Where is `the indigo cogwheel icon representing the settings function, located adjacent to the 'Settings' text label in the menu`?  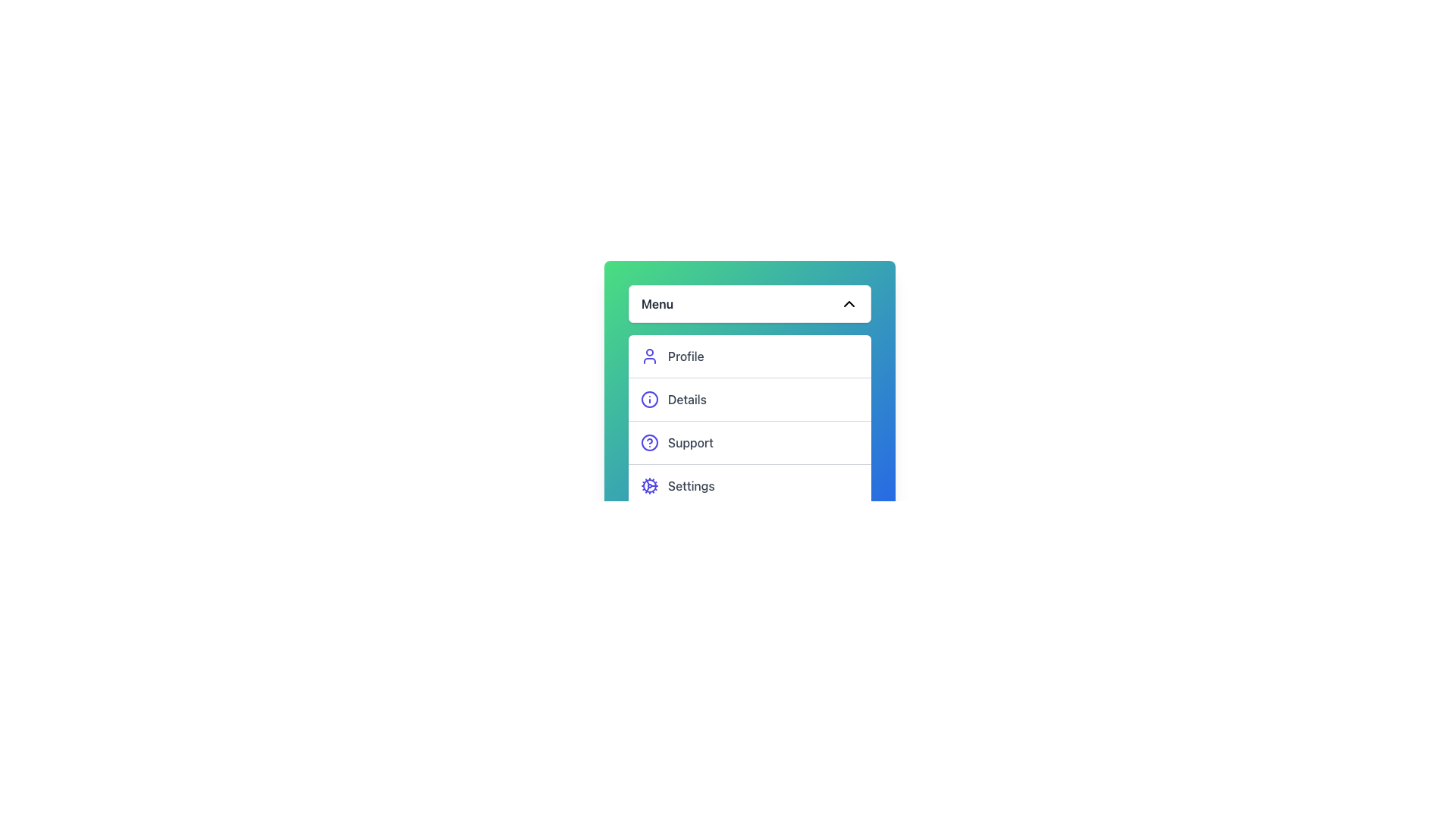
the indigo cogwheel icon representing the settings function, located adjacent to the 'Settings' text label in the menu is located at coordinates (650, 485).